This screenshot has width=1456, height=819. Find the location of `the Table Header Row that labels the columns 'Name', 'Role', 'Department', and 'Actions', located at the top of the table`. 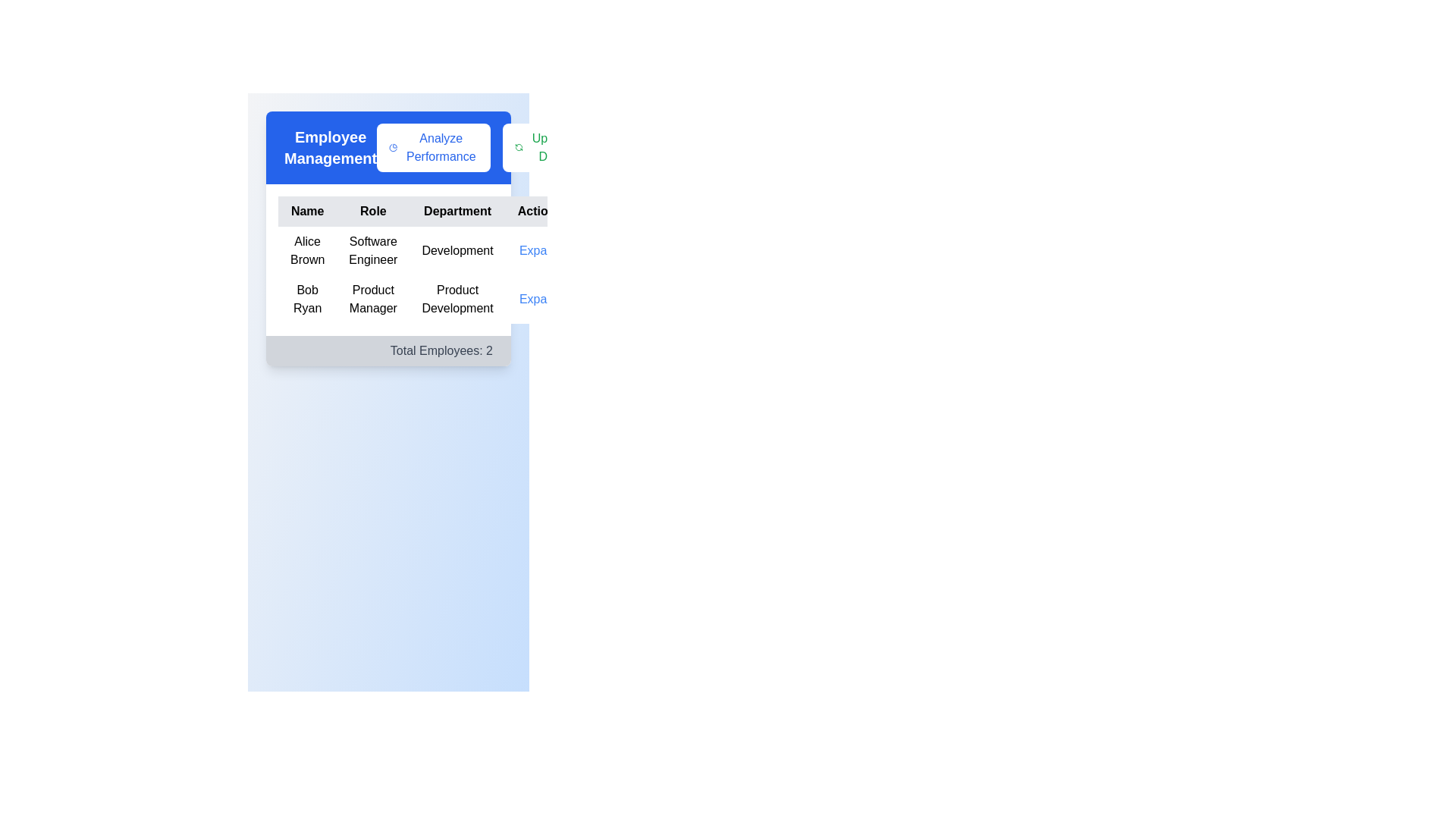

the Table Header Row that labels the columns 'Name', 'Role', 'Department', and 'Actions', located at the top of the table is located at coordinates (425, 211).